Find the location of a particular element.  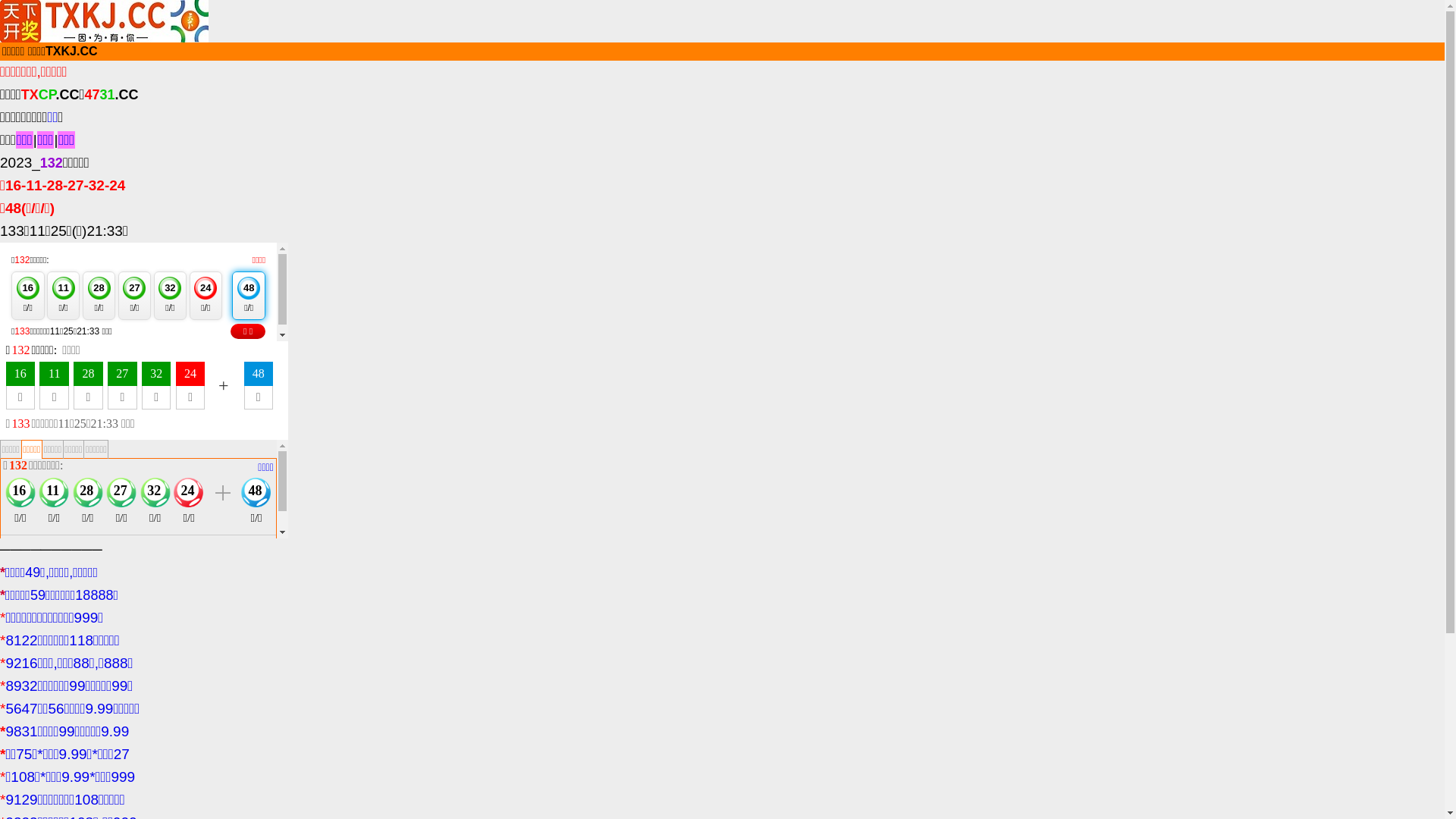

'4731.CC' is located at coordinates (110, 94).